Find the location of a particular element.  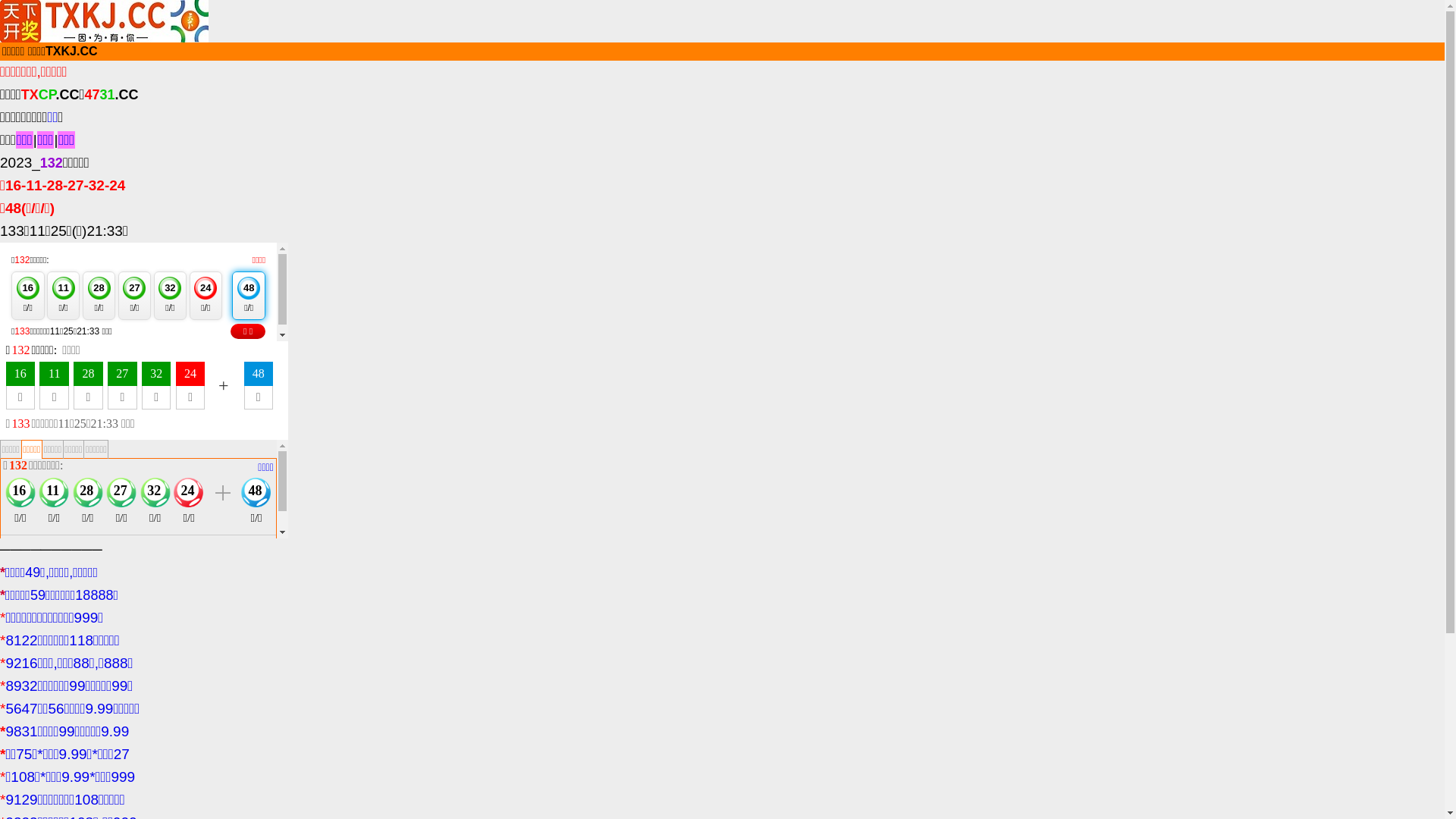

'4731.CC' is located at coordinates (110, 94).